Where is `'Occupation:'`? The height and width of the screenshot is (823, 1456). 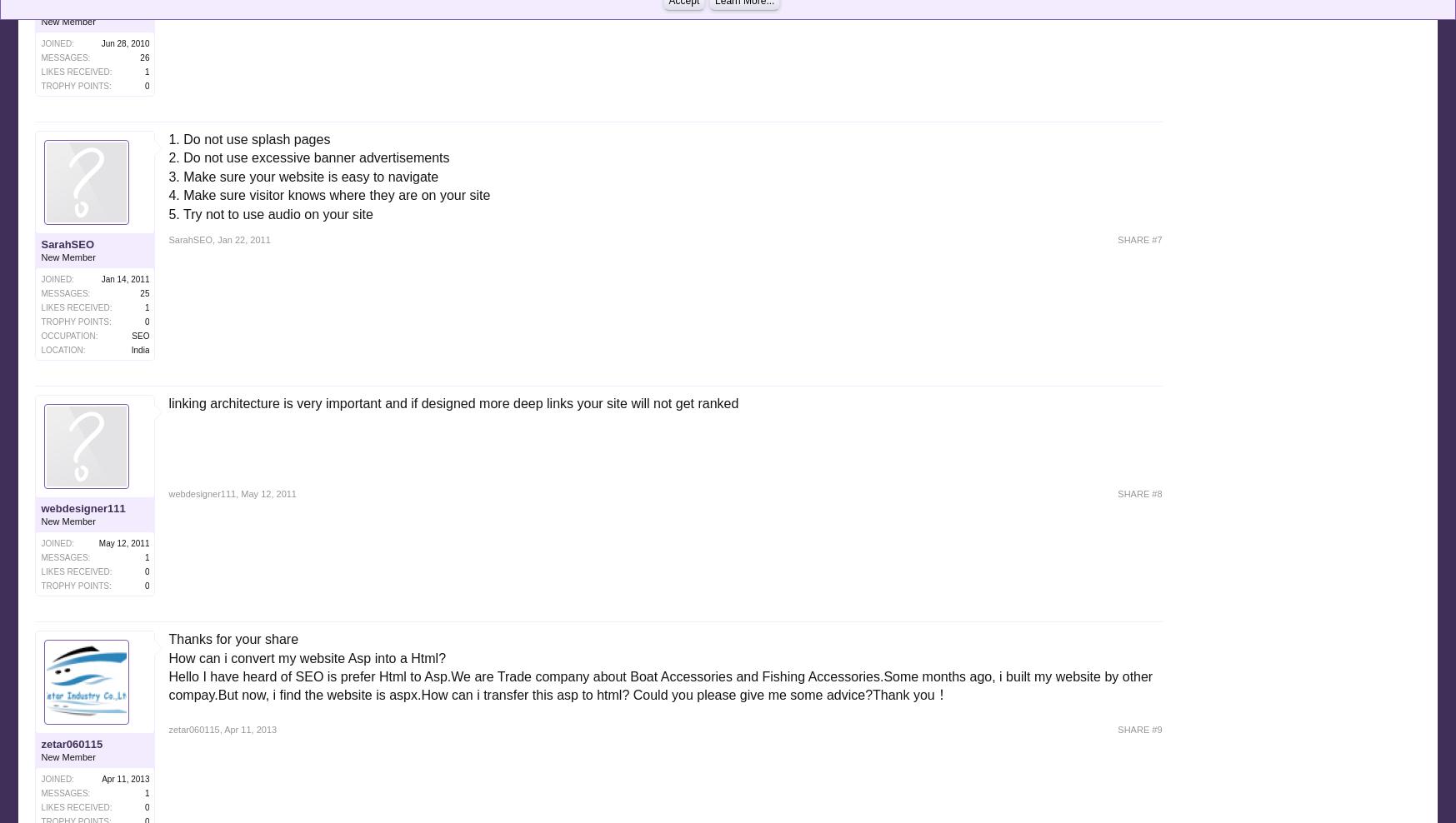 'Occupation:' is located at coordinates (68, 335).